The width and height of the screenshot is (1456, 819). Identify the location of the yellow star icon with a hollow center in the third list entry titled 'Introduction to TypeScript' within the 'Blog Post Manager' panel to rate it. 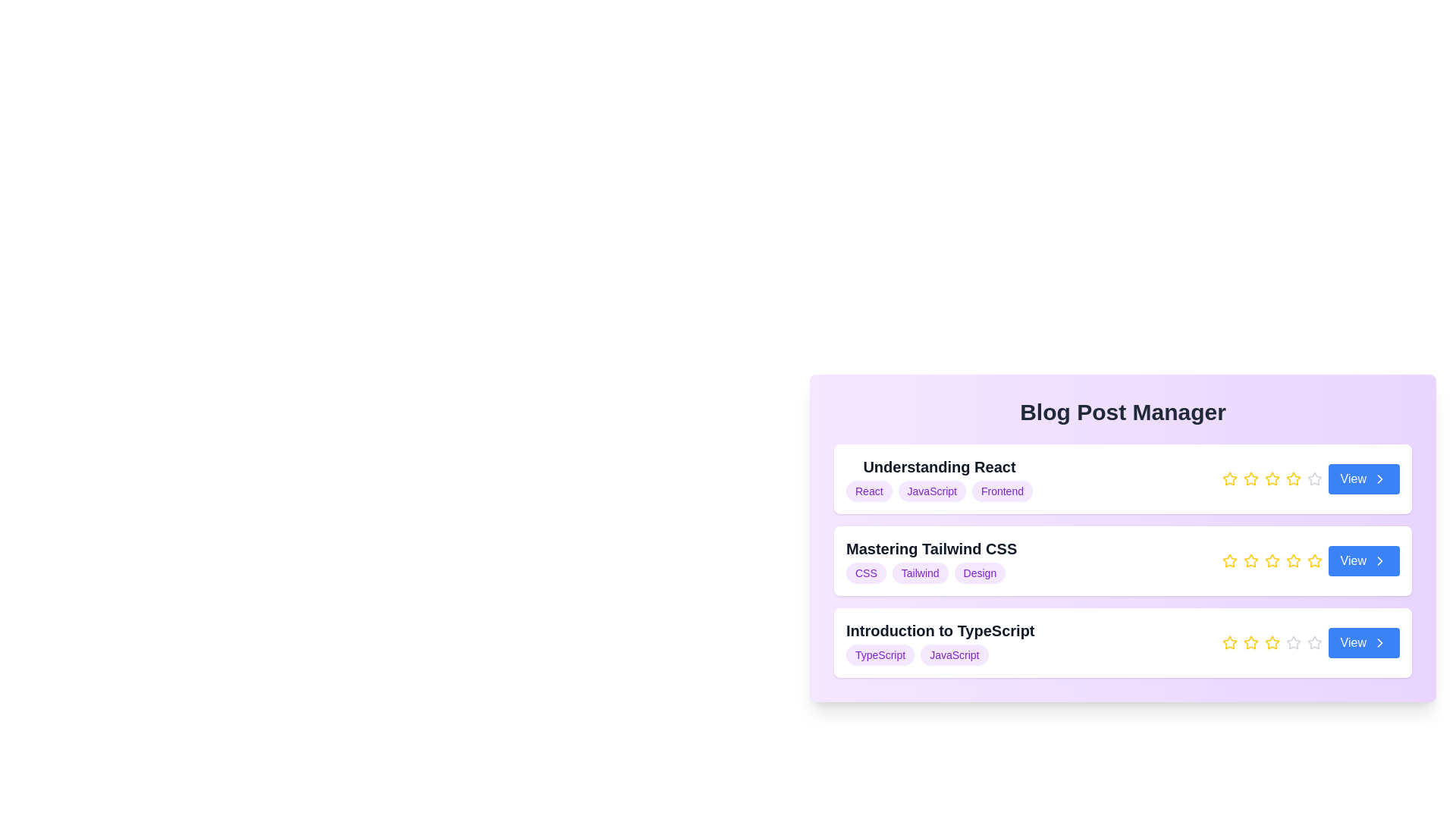
(1229, 642).